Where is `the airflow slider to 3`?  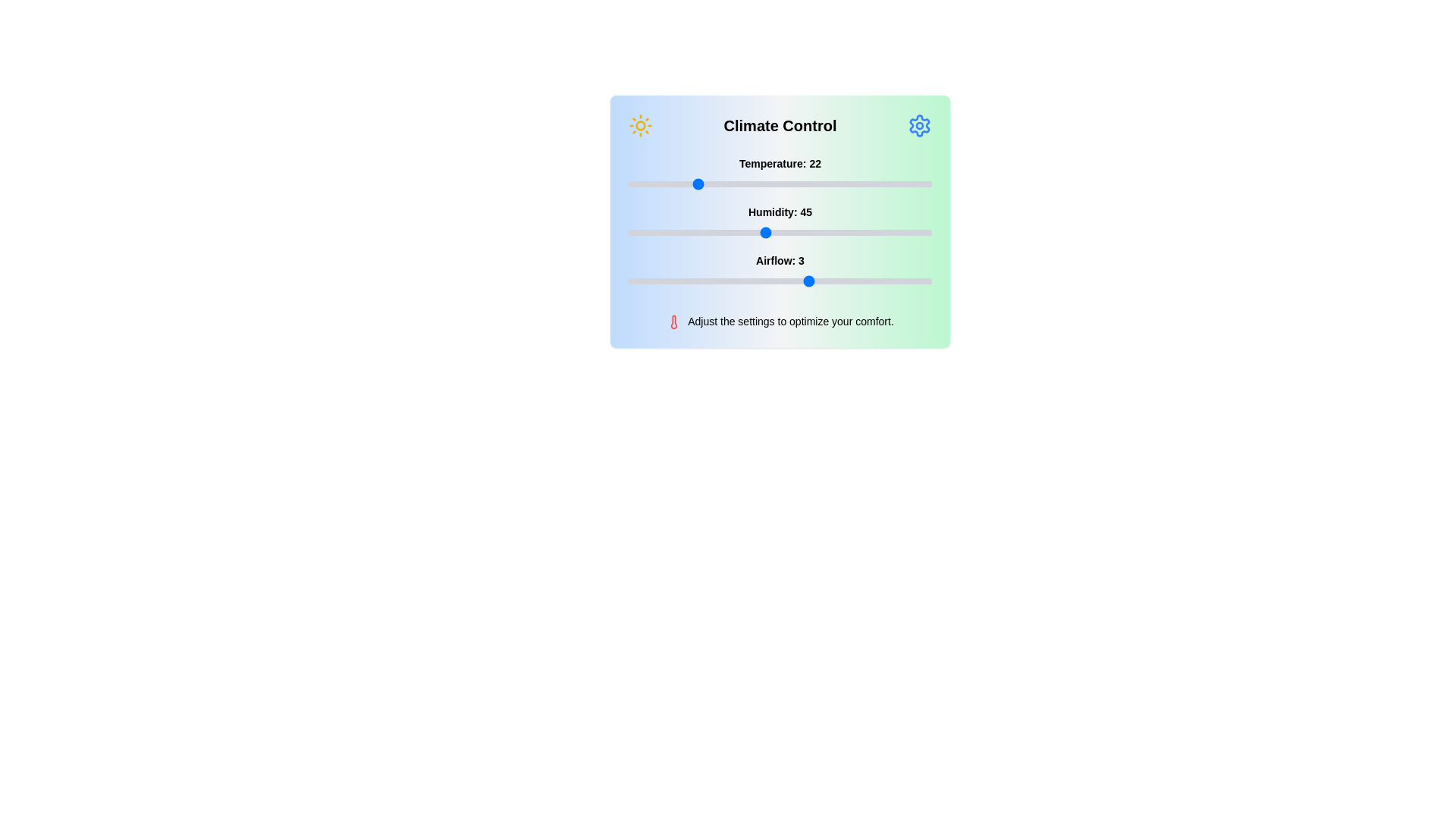
the airflow slider to 3 is located at coordinates (810, 281).